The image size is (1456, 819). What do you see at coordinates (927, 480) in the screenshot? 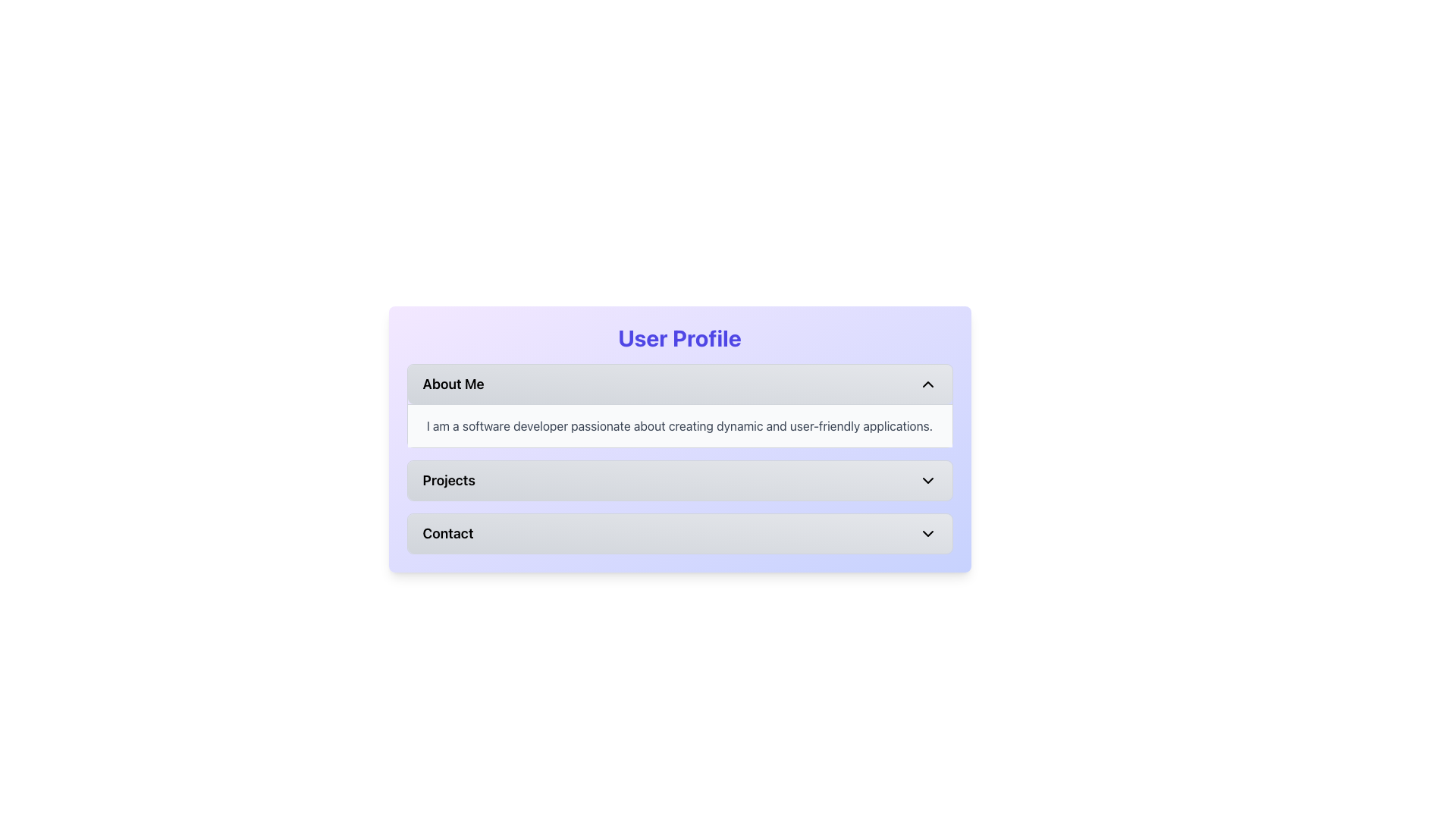
I see `the icon located to the far right of the 'Projects' button` at bounding box center [927, 480].